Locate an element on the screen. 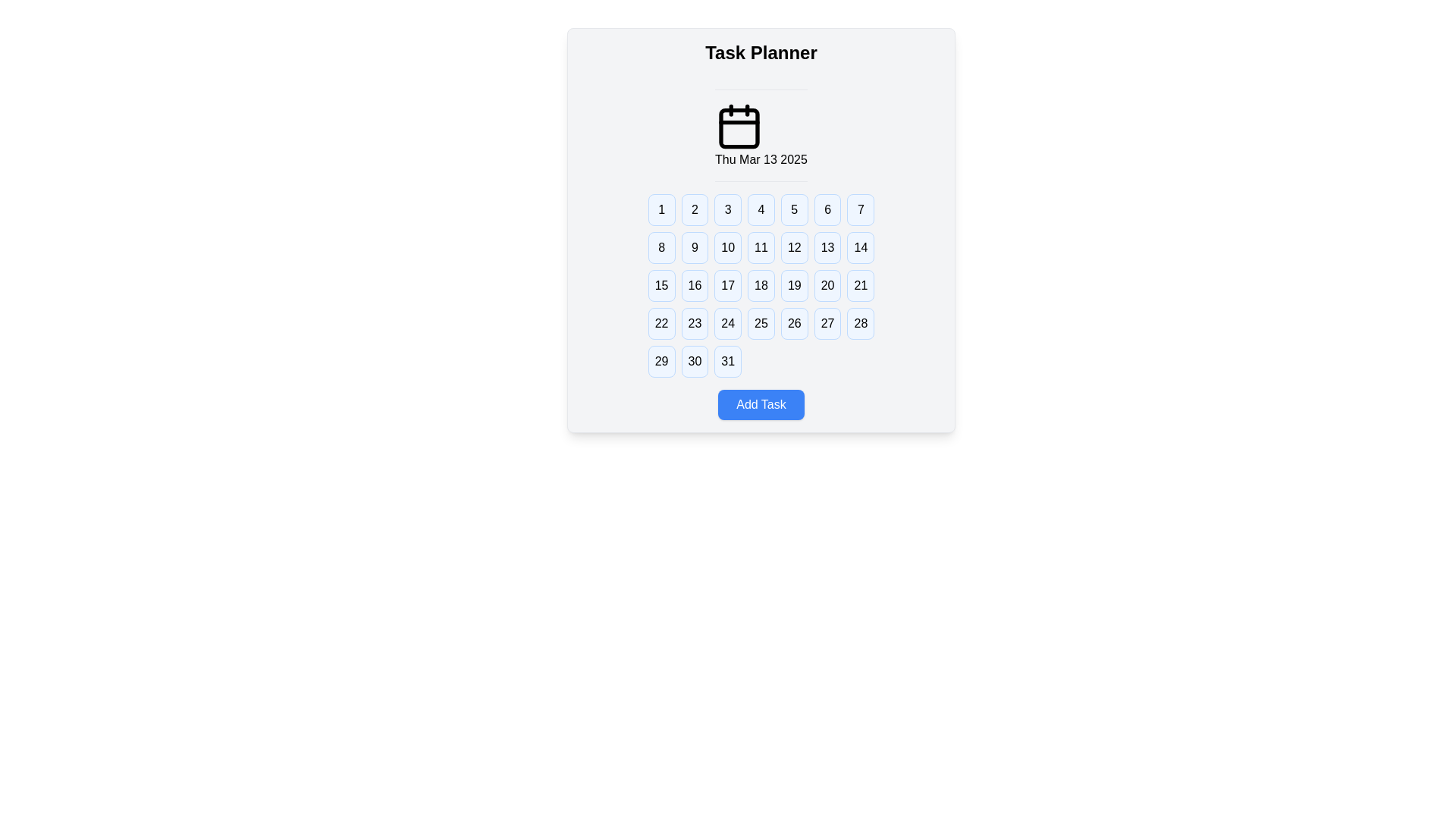 This screenshot has width=1456, height=819. the button displaying the number '13' in the calendar grid, located in the second row and sixth column beneath the 'Task Planner' title is located at coordinates (827, 247).